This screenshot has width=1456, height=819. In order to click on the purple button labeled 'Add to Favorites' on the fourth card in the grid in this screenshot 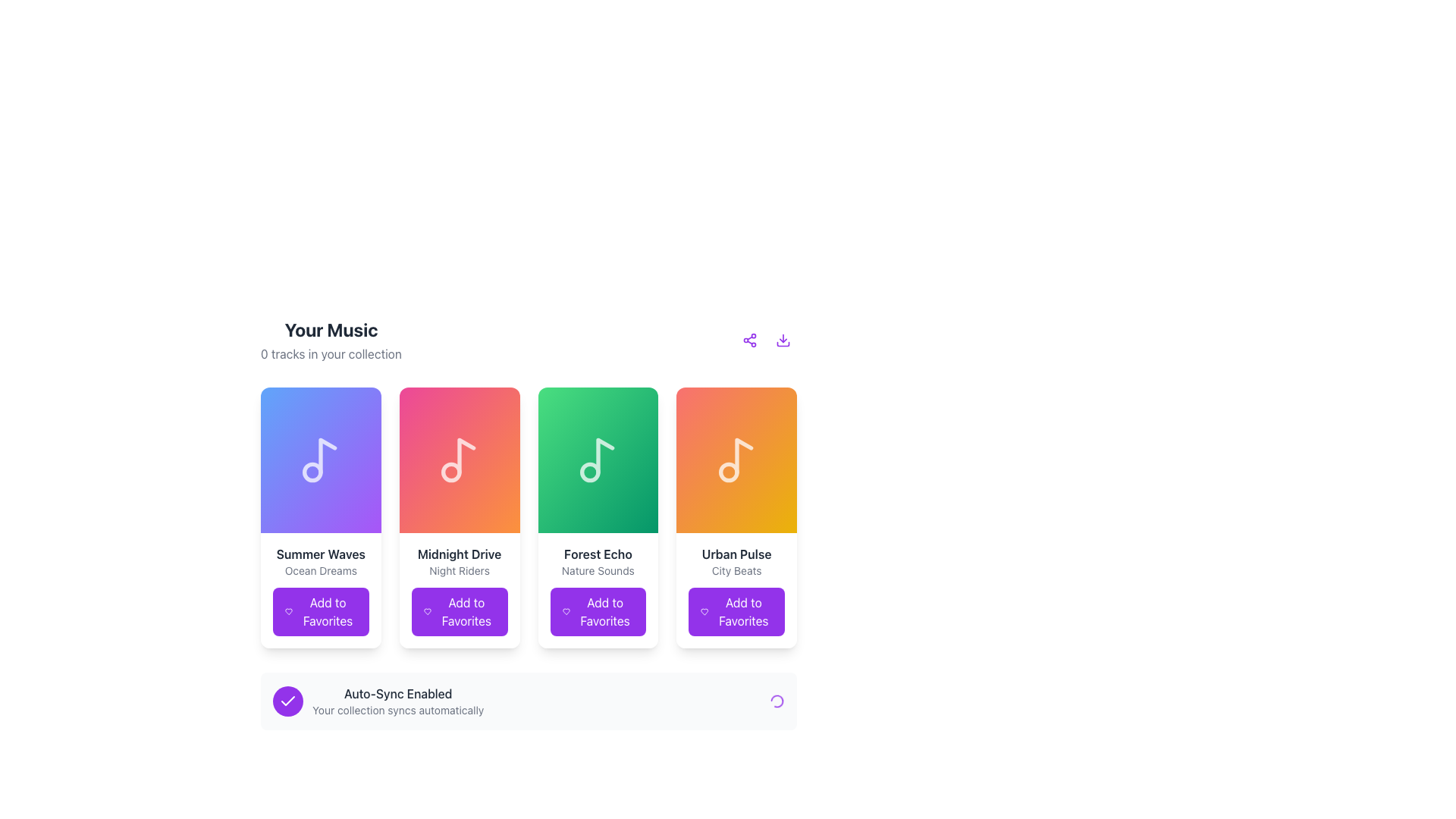, I will do `click(736, 516)`.